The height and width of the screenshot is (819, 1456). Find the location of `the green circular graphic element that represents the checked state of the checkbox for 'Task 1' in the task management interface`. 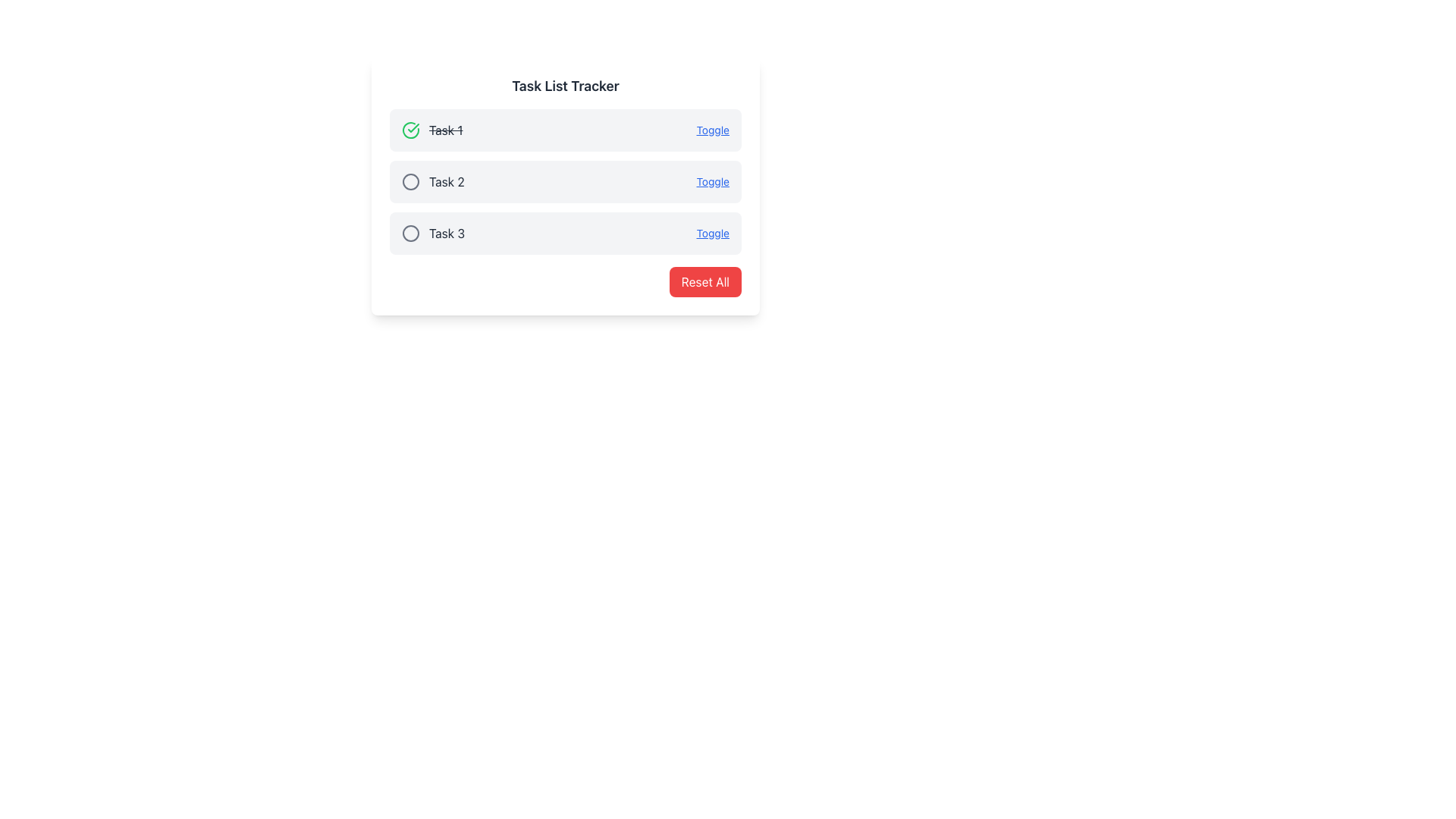

the green circular graphic element that represents the checked state of the checkbox for 'Task 1' in the task management interface is located at coordinates (411, 130).